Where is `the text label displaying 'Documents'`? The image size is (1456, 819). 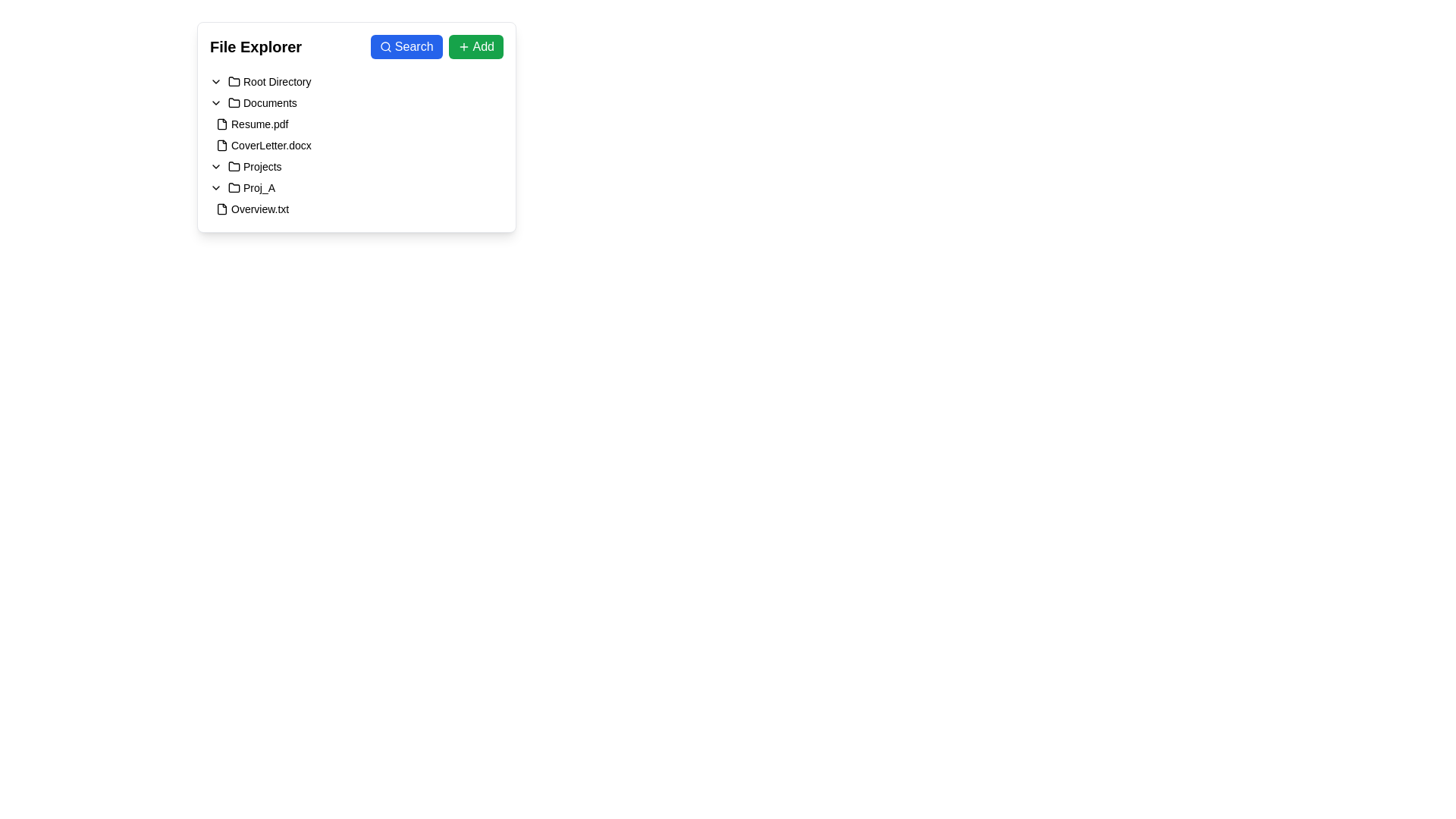
the text label displaying 'Documents' is located at coordinates (270, 102).